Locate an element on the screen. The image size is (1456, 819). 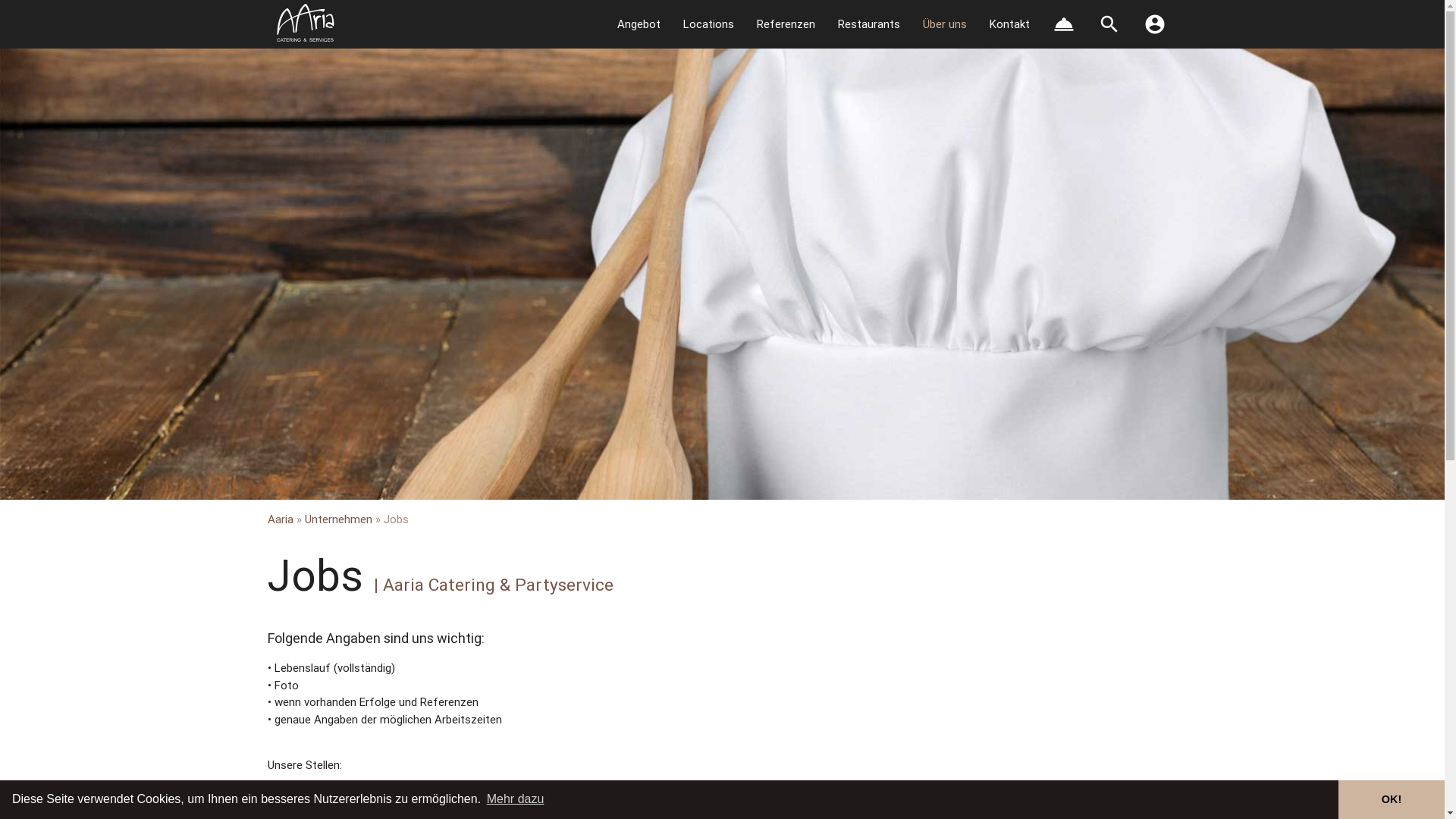
'Restaurants' is located at coordinates (869, 24).